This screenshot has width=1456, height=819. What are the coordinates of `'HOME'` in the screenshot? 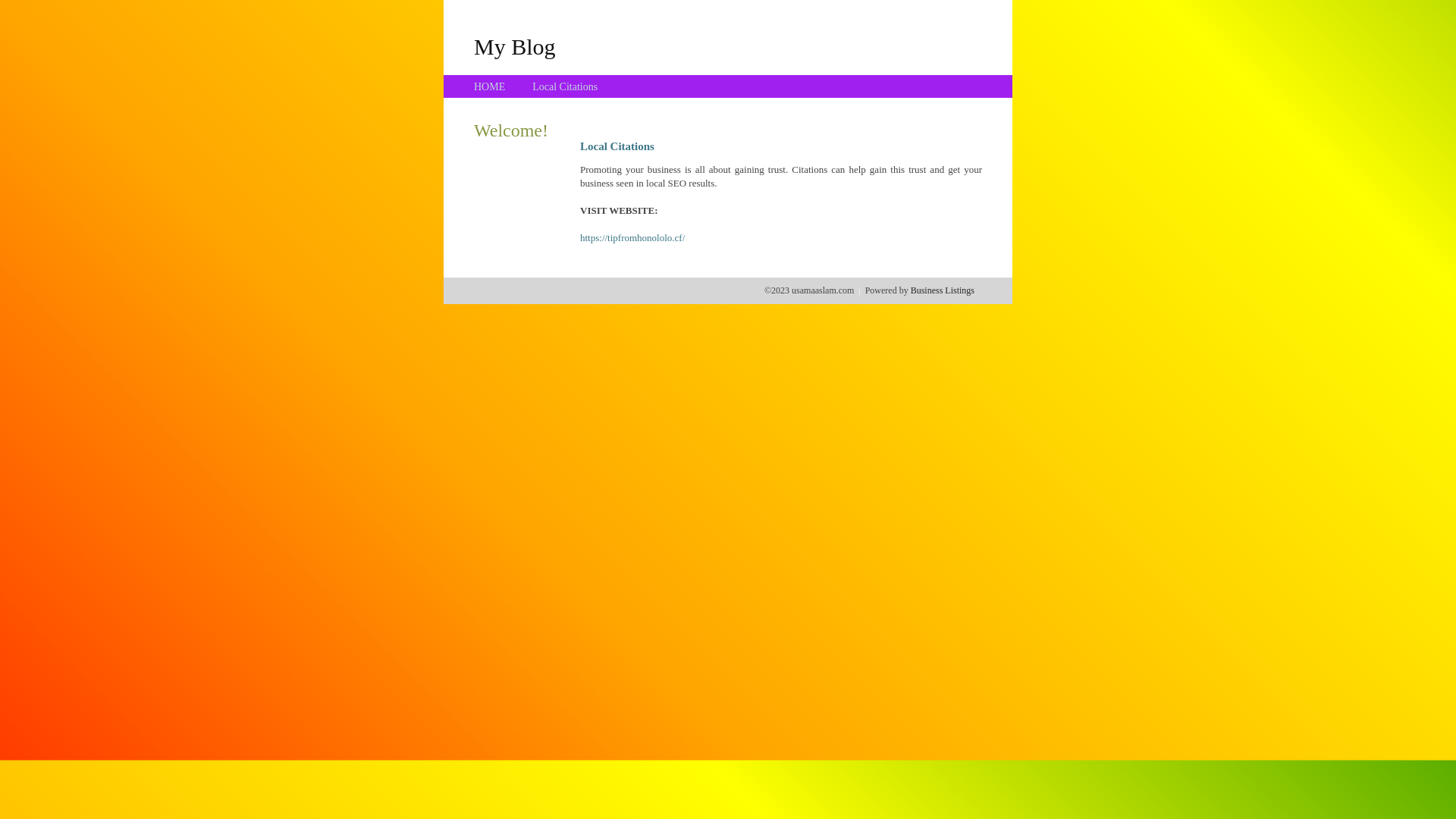 It's located at (489, 86).